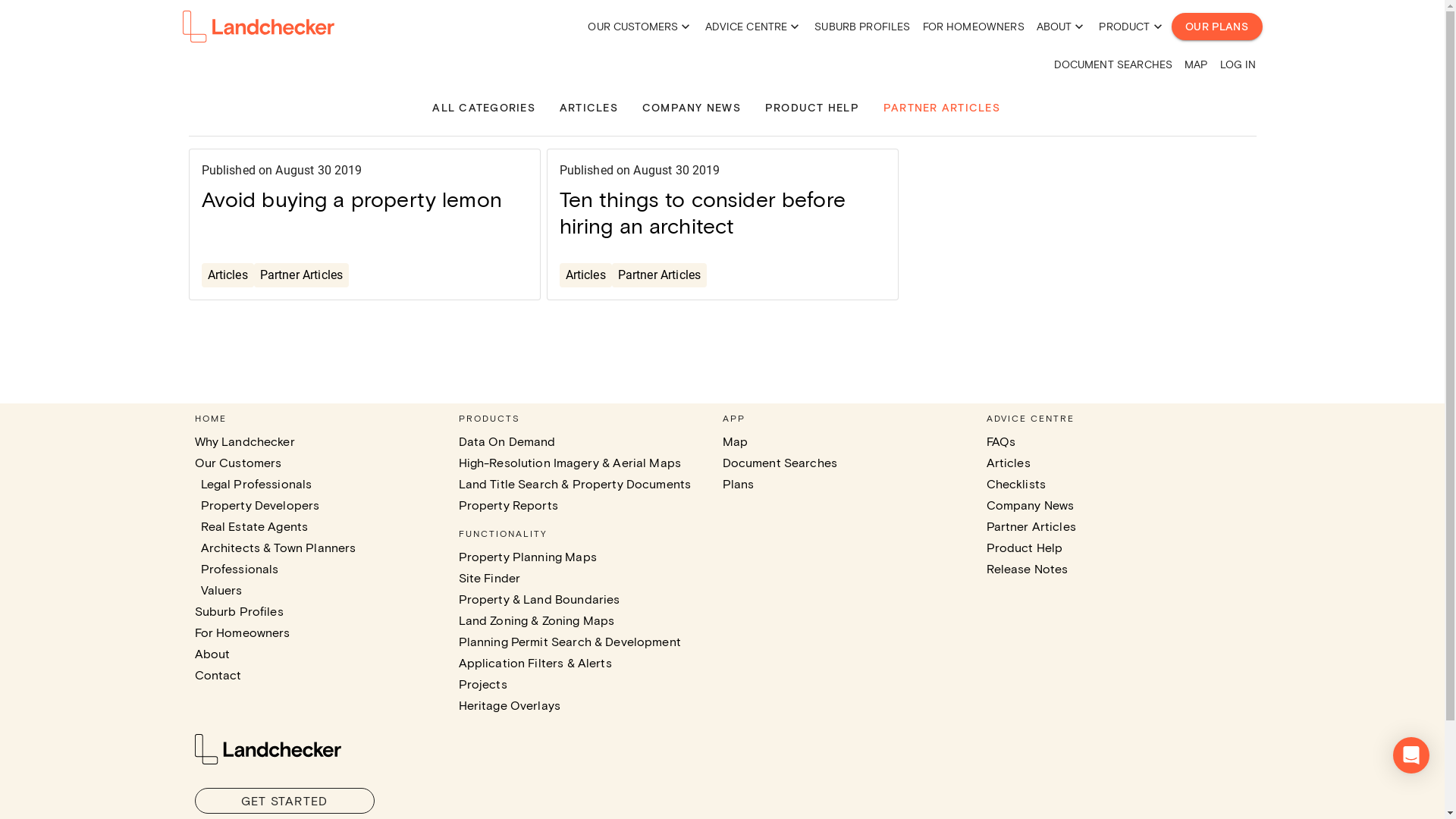 This screenshot has height=819, width=1456. I want to click on 'Property Developers', so click(259, 505).